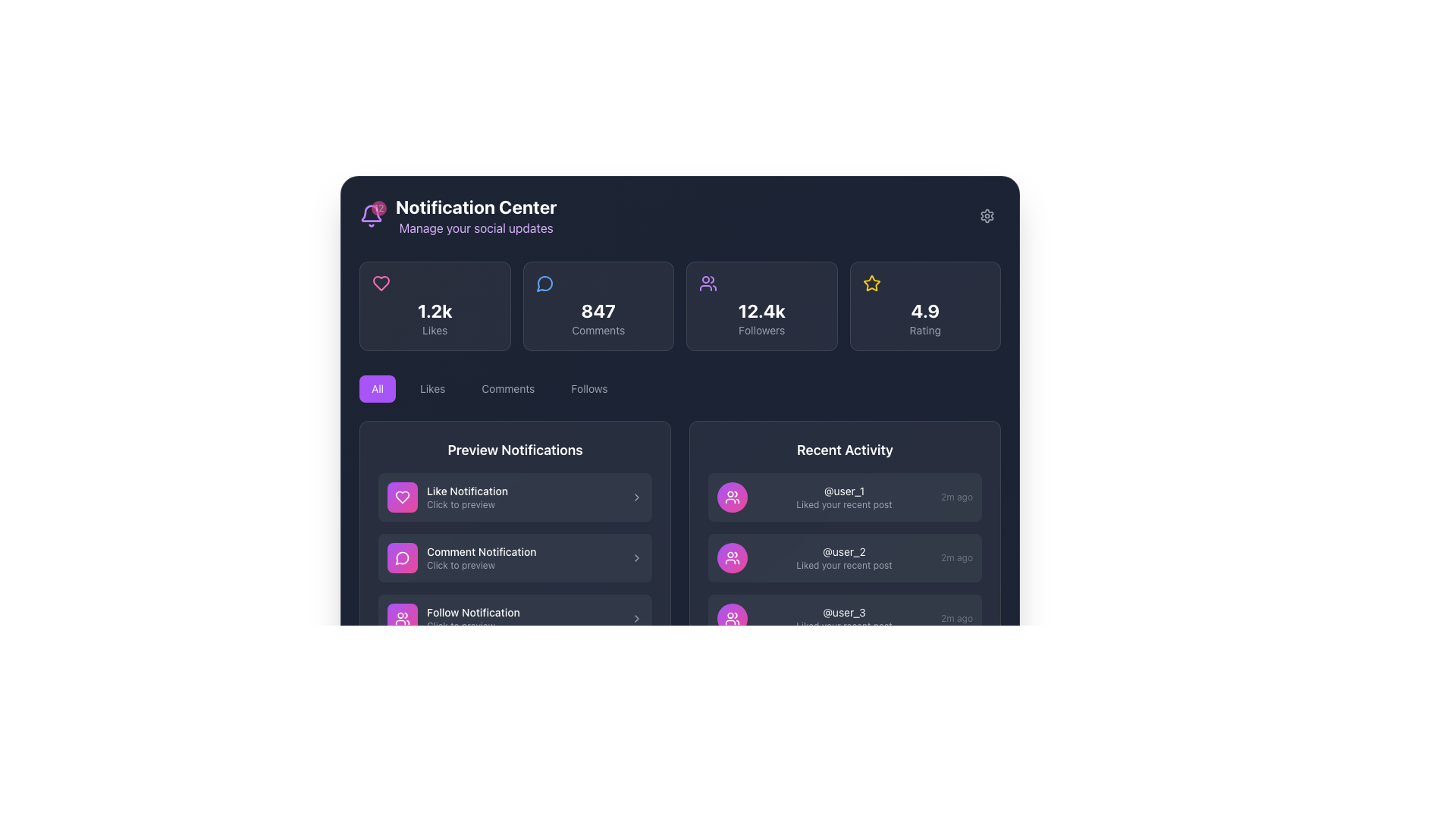  Describe the element at coordinates (732, 497) in the screenshot. I see `the circular icon with a gradient background and a white user group icon located in the 'Recent Activity' section, next to the text '@user_1 Liked your recent post 2m ago'` at that location.